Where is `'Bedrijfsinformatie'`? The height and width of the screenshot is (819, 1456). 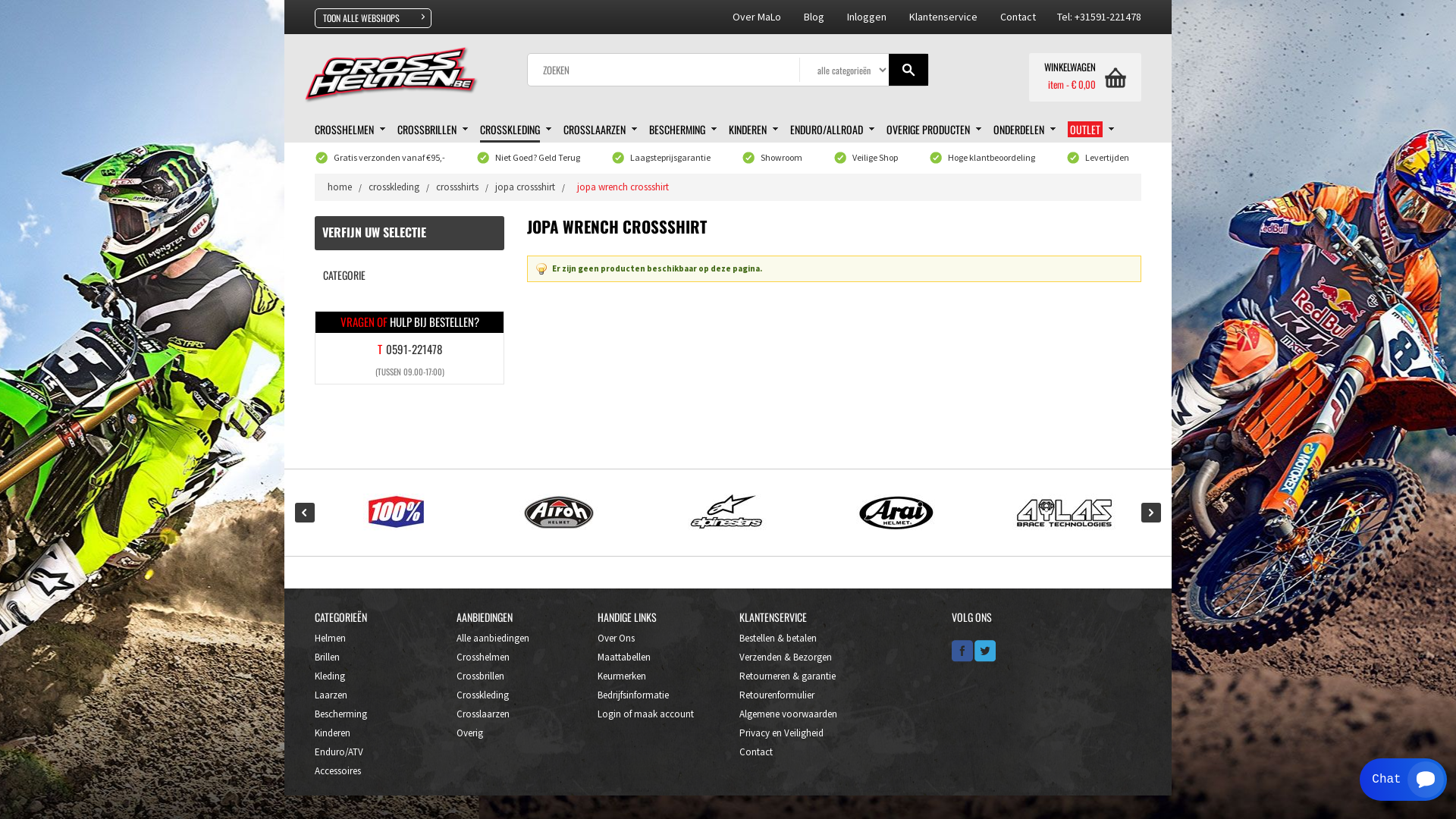
'Bedrijfsinformatie' is located at coordinates (633, 695).